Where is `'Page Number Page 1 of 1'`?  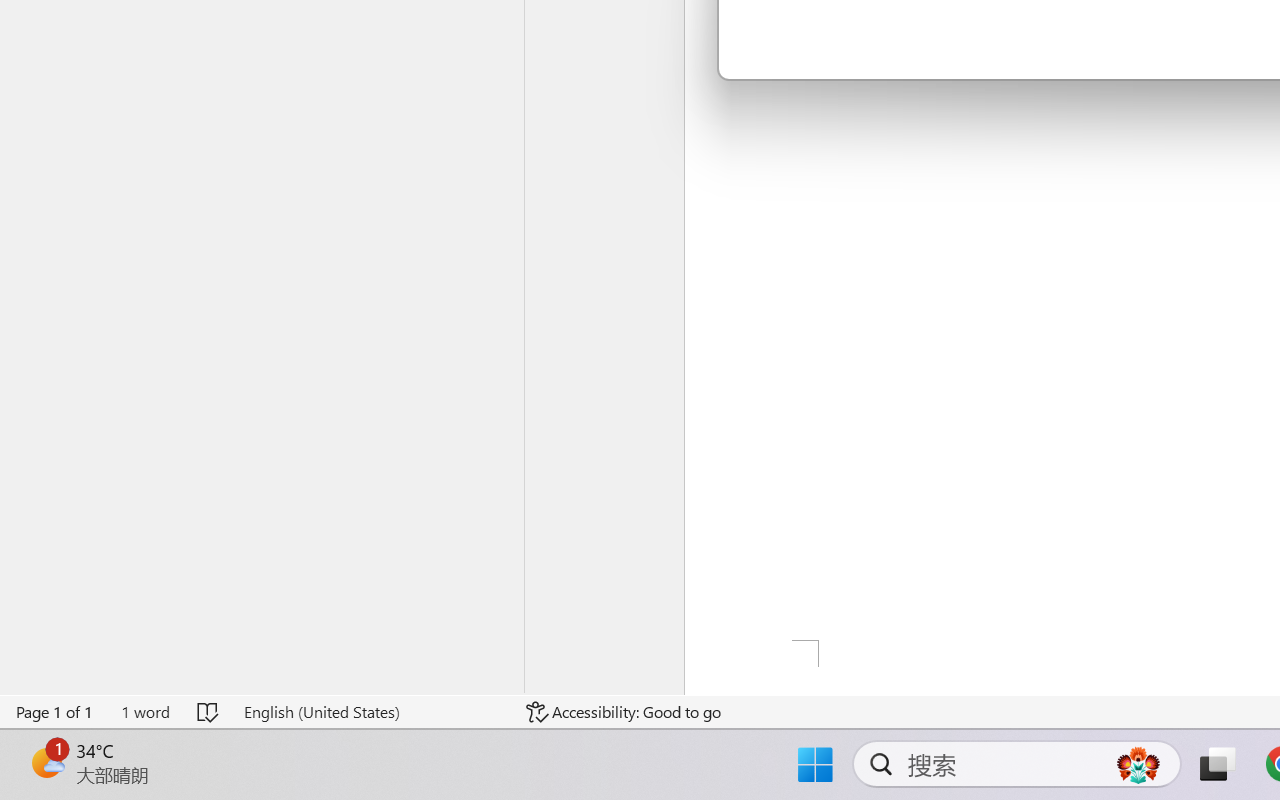
'Page Number Page 1 of 1' is located at coordinates (55, 711).